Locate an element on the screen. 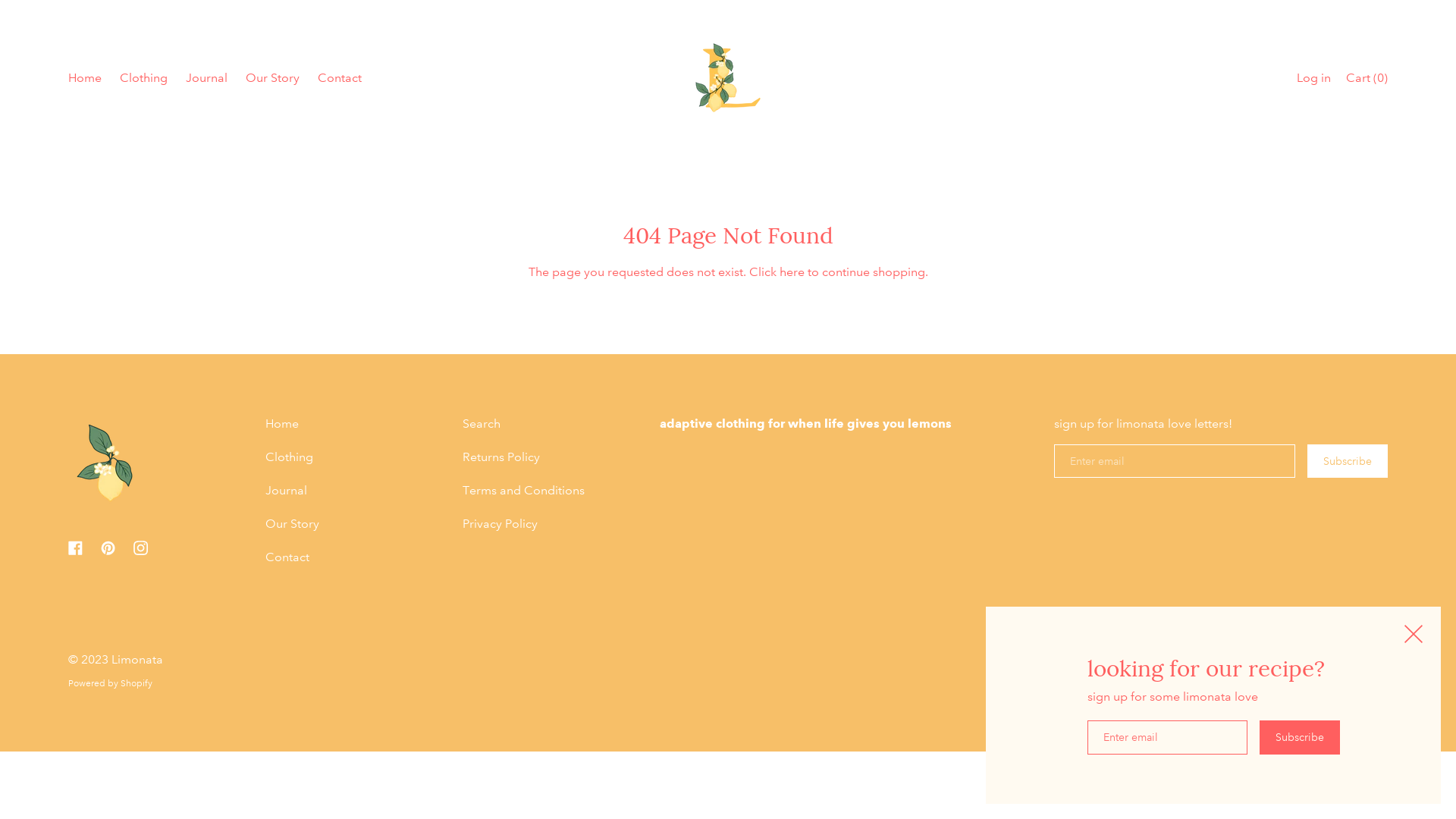 The image size is (1456, 819). 'Terms and Conditions' is located at coordinates (523, 491).